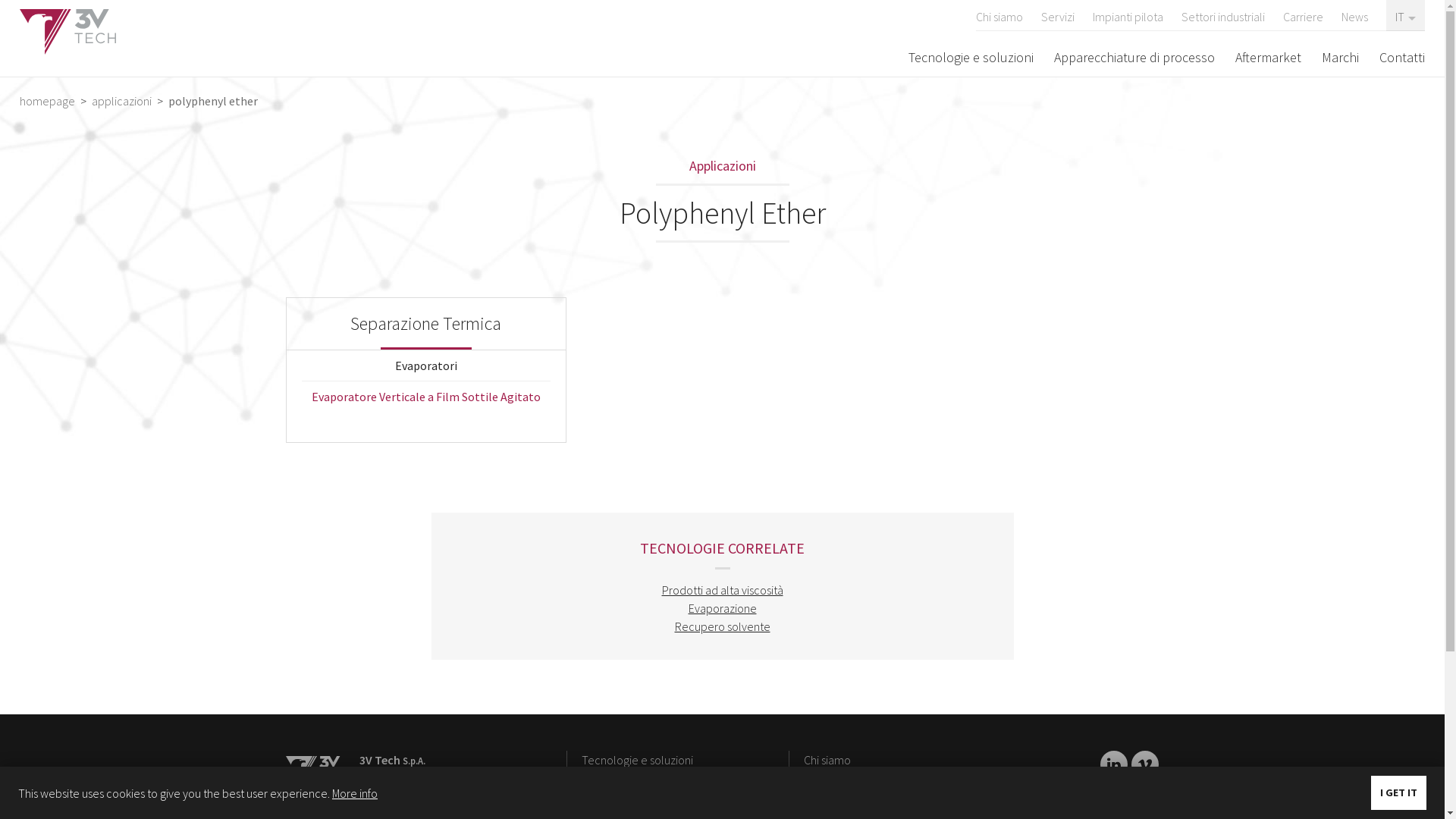 The width and height of the screenshot is (1456, 819). I want to click on 'LinkedIn', so click(1145, 765).